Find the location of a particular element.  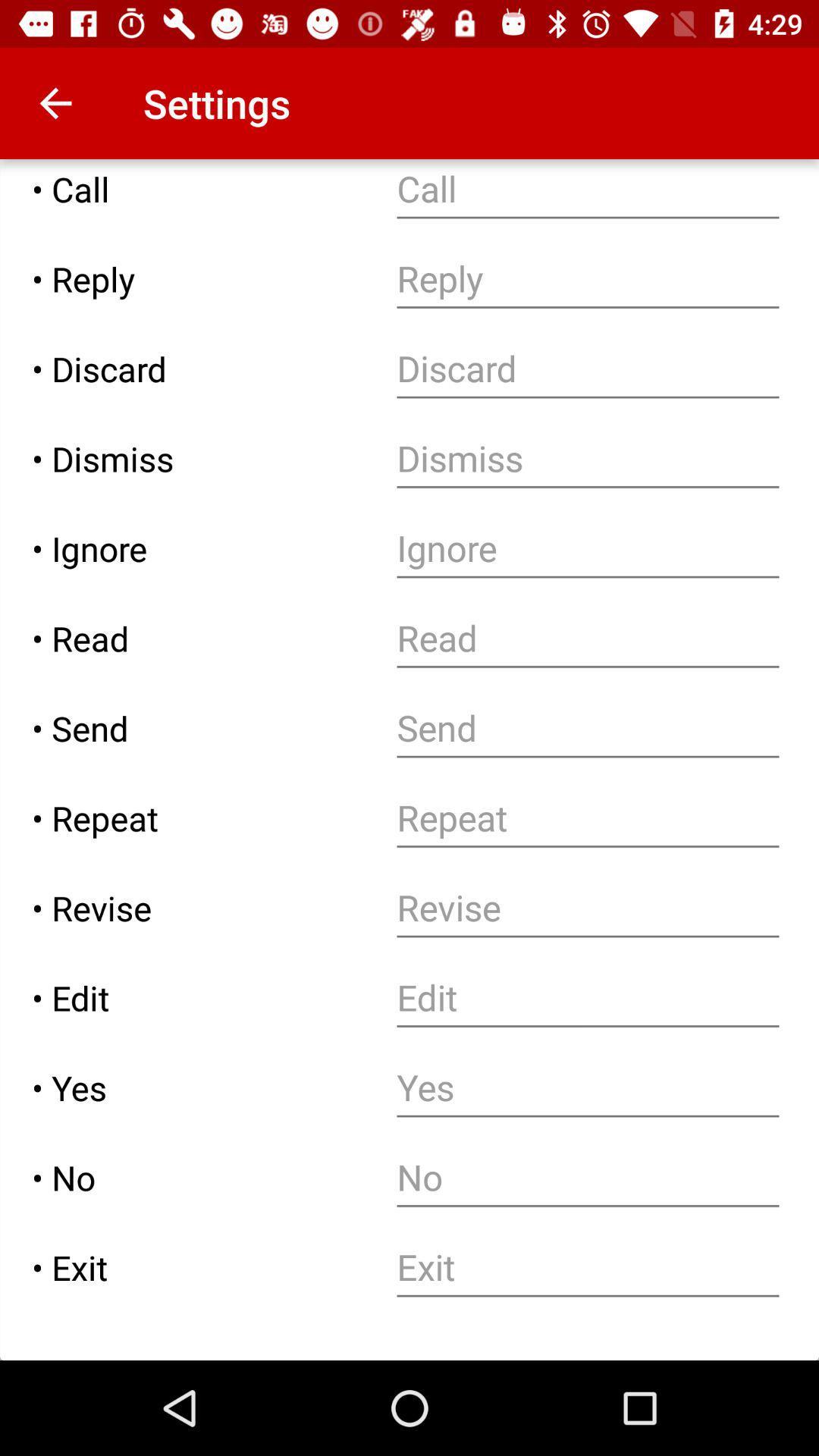

the icon to the left of settings is located at coordinates (55, 102).